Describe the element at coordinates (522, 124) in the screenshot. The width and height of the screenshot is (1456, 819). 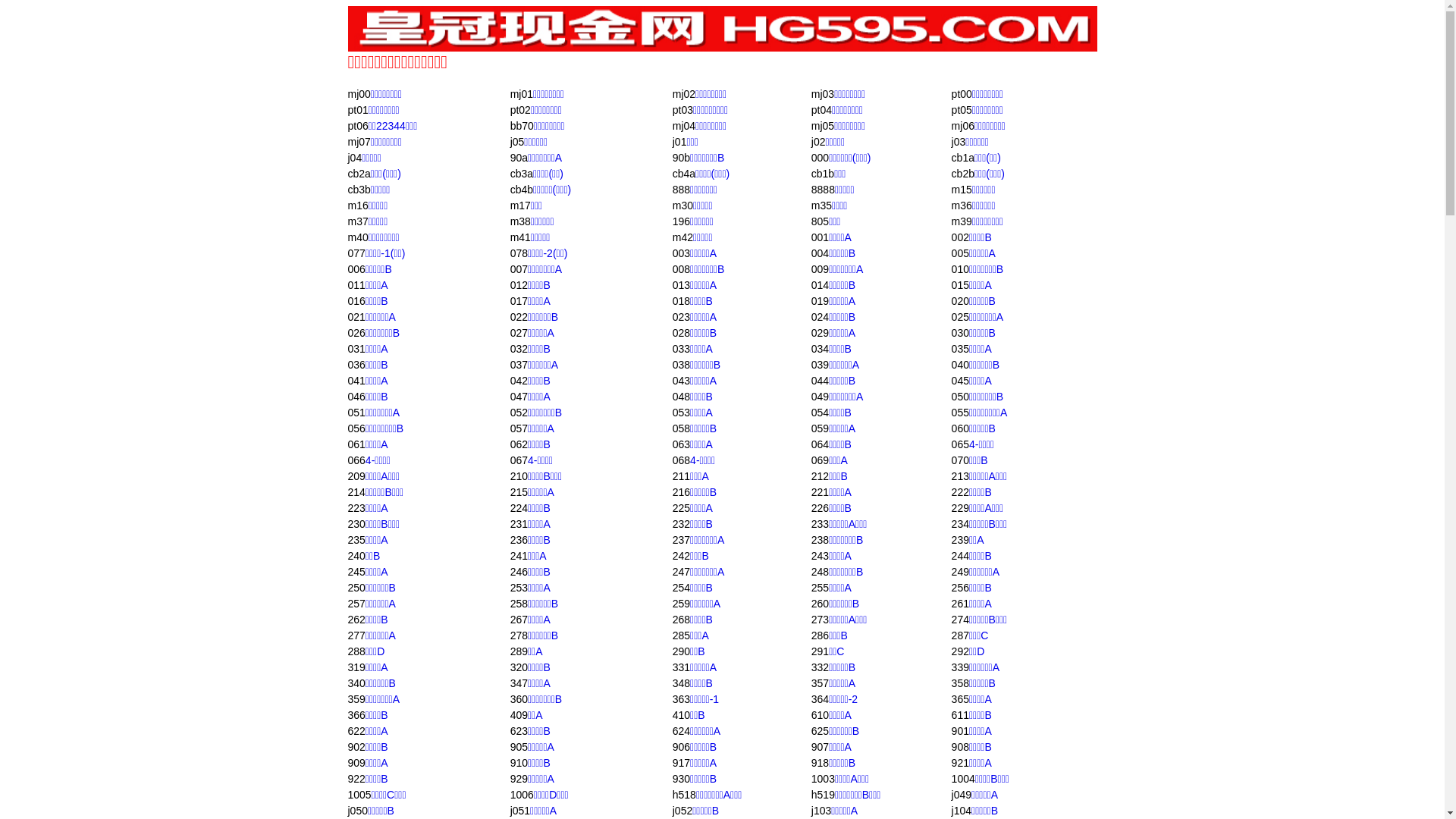
I see `'bb70'` at that location.